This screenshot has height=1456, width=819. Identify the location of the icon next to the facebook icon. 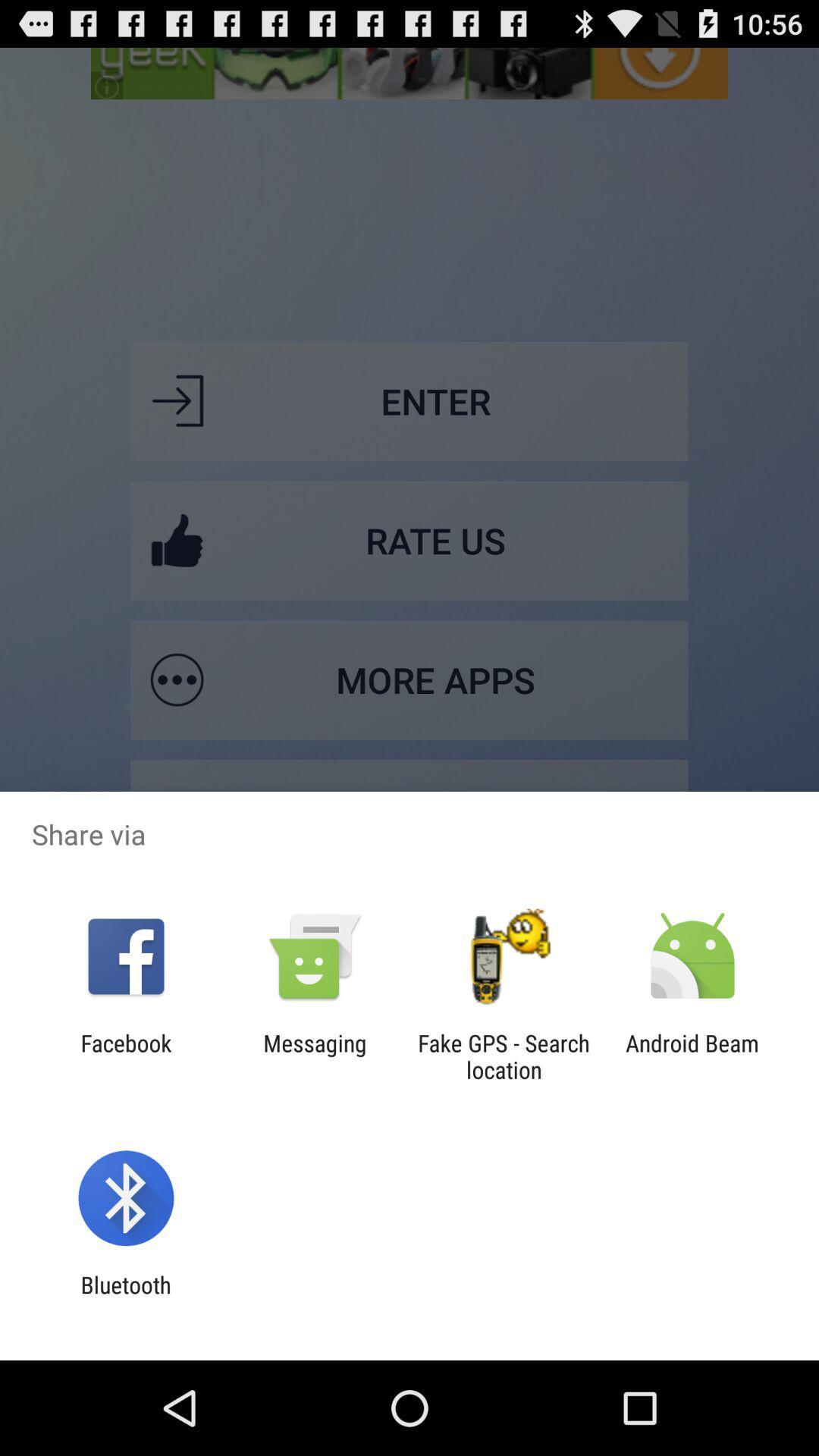
(314, 1056).